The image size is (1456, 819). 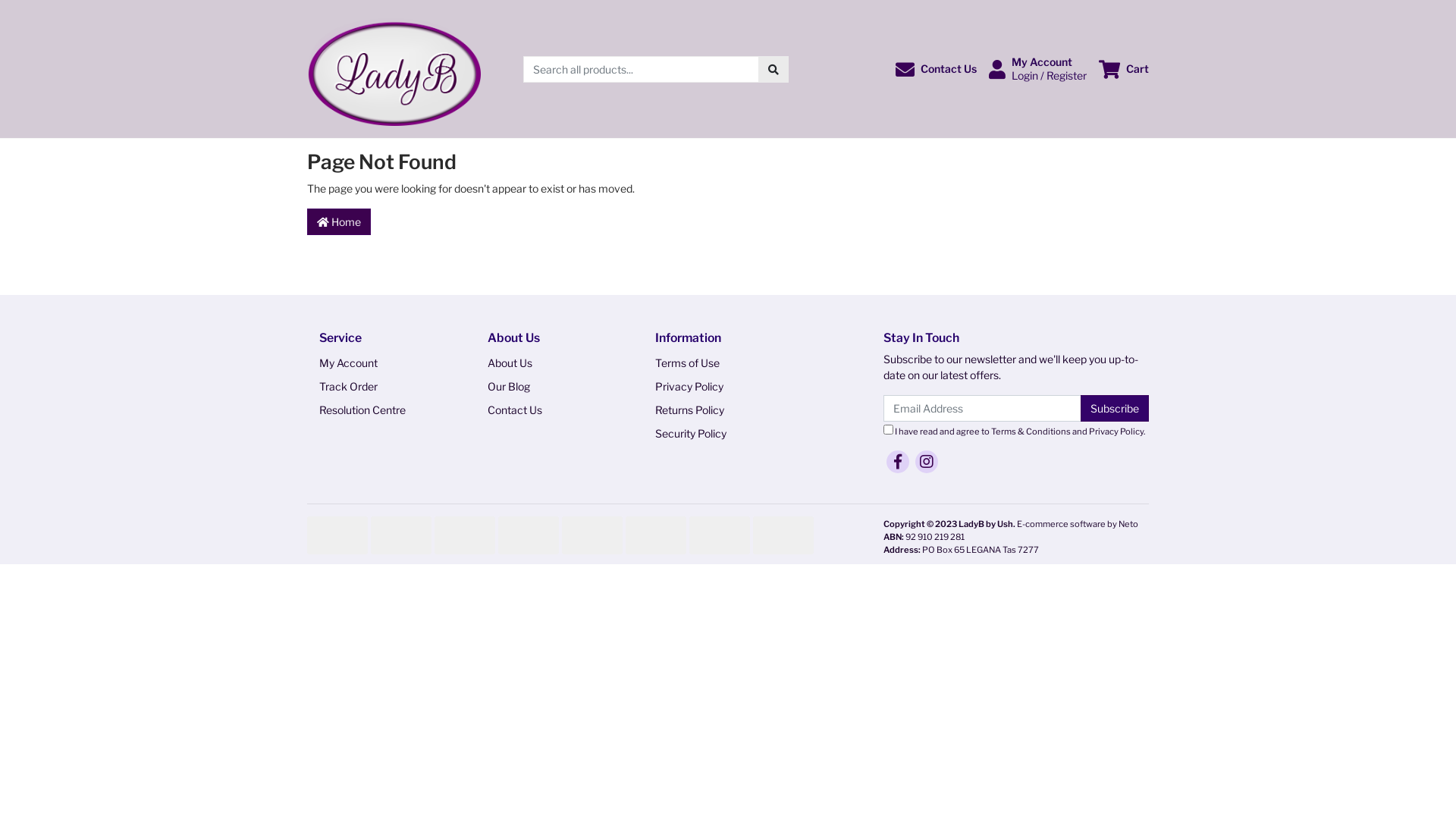 I want to click on 'Returns Policy', so click(x=643, y=409).